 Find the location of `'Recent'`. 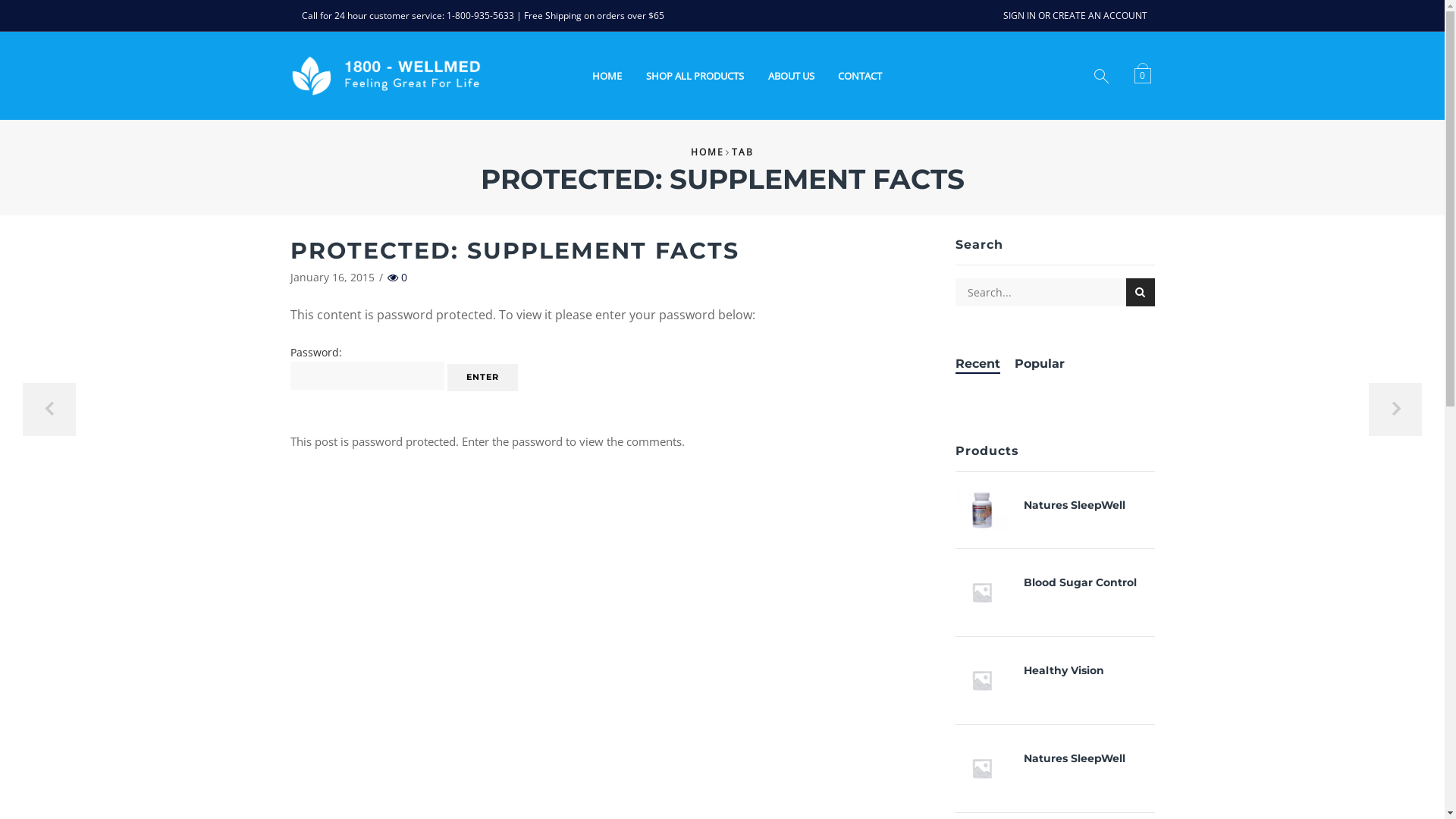

'Recent' is located at coordinates (977, 364).